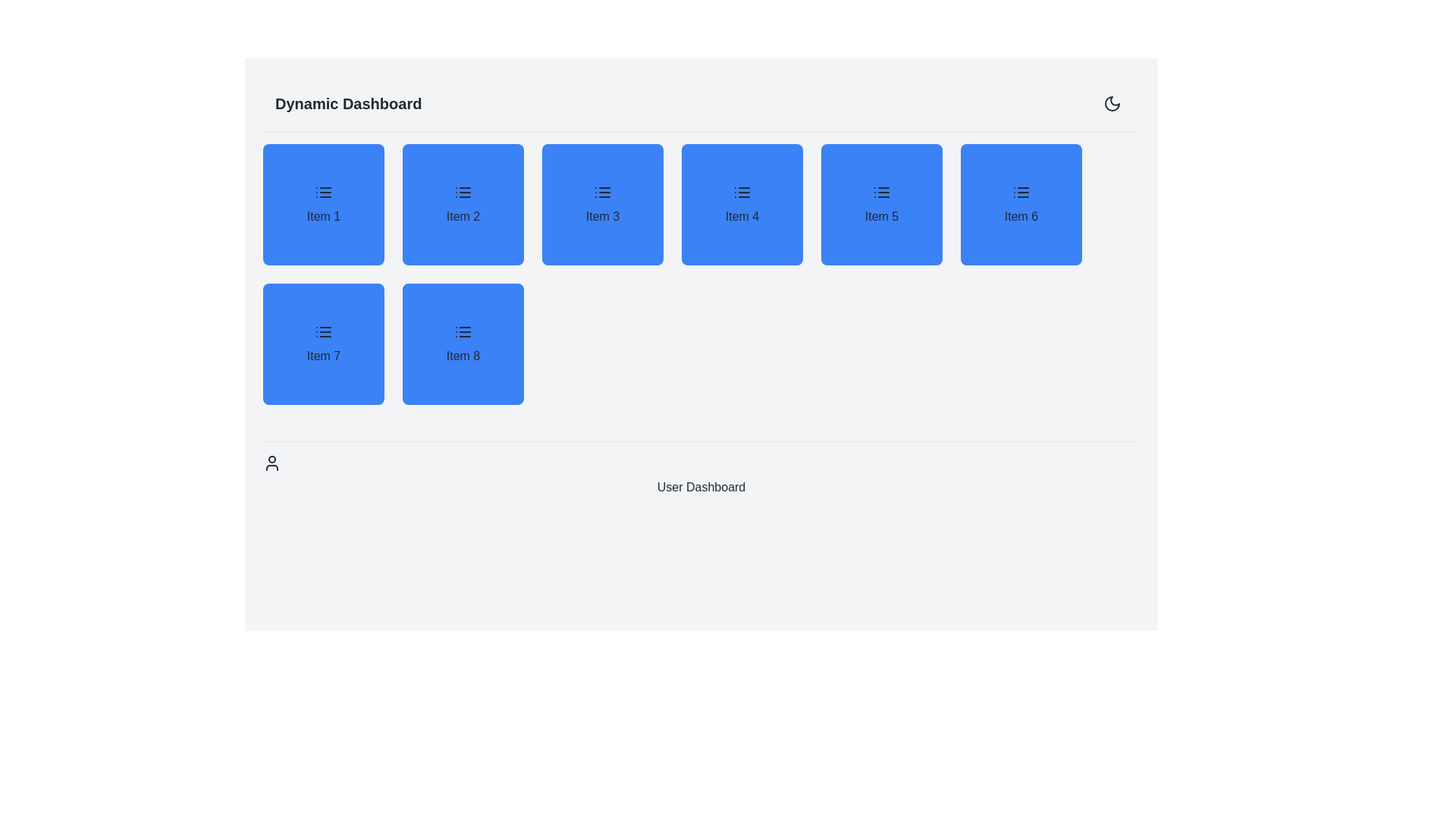 The width and height of the screenshot is (1456, 819). What do you see at coordinates (272, 462) in the screenshot?
I see `the user-related action icon located near the bottom-left of the interface under the 'User Dashboard' section` at bounding box center [272, 462].